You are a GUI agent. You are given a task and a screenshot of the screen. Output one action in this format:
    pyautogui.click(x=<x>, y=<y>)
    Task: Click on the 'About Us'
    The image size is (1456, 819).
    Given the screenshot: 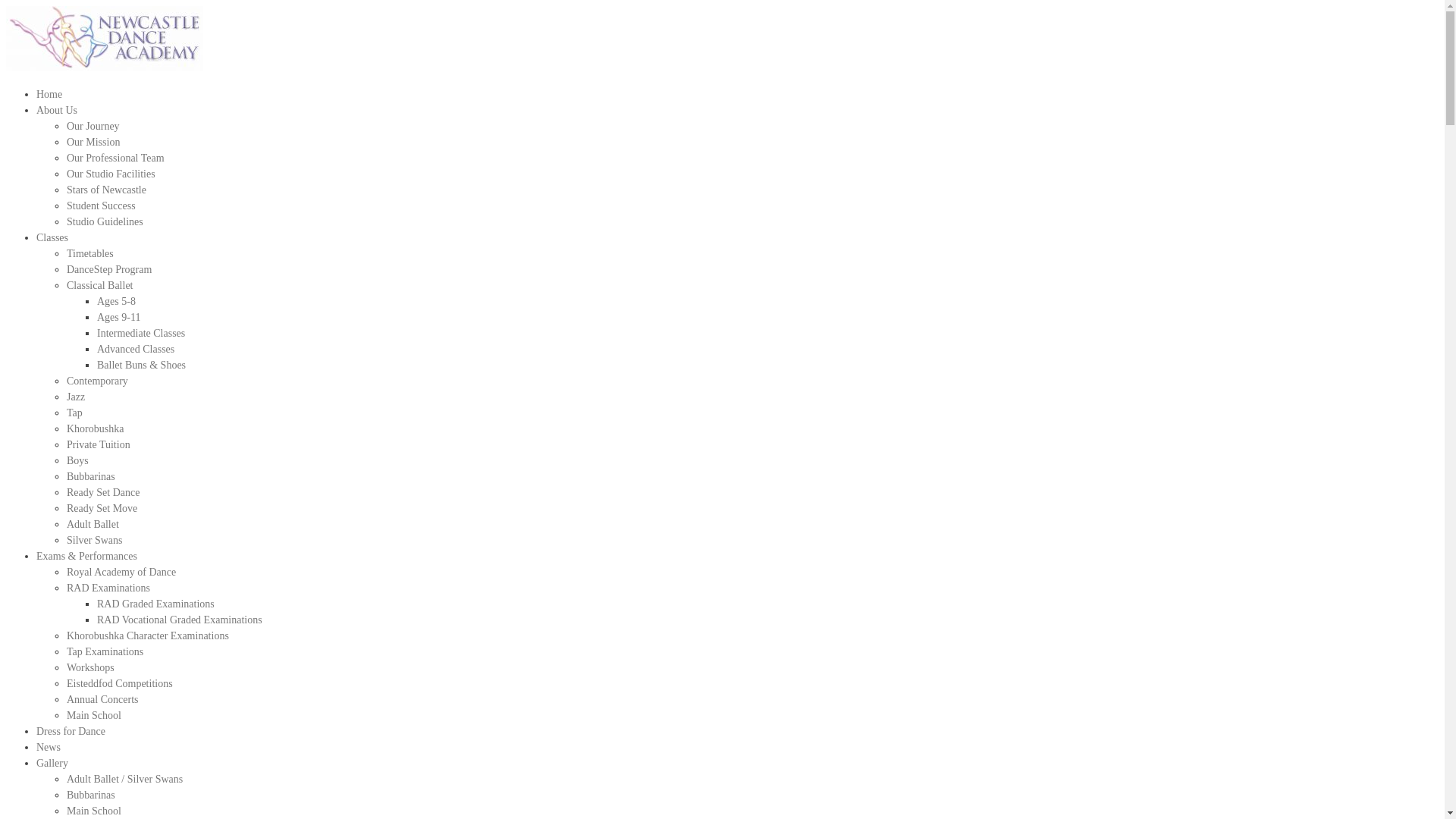 What is the action you would take?
    pyautogui.click(x=57, y=109)
    